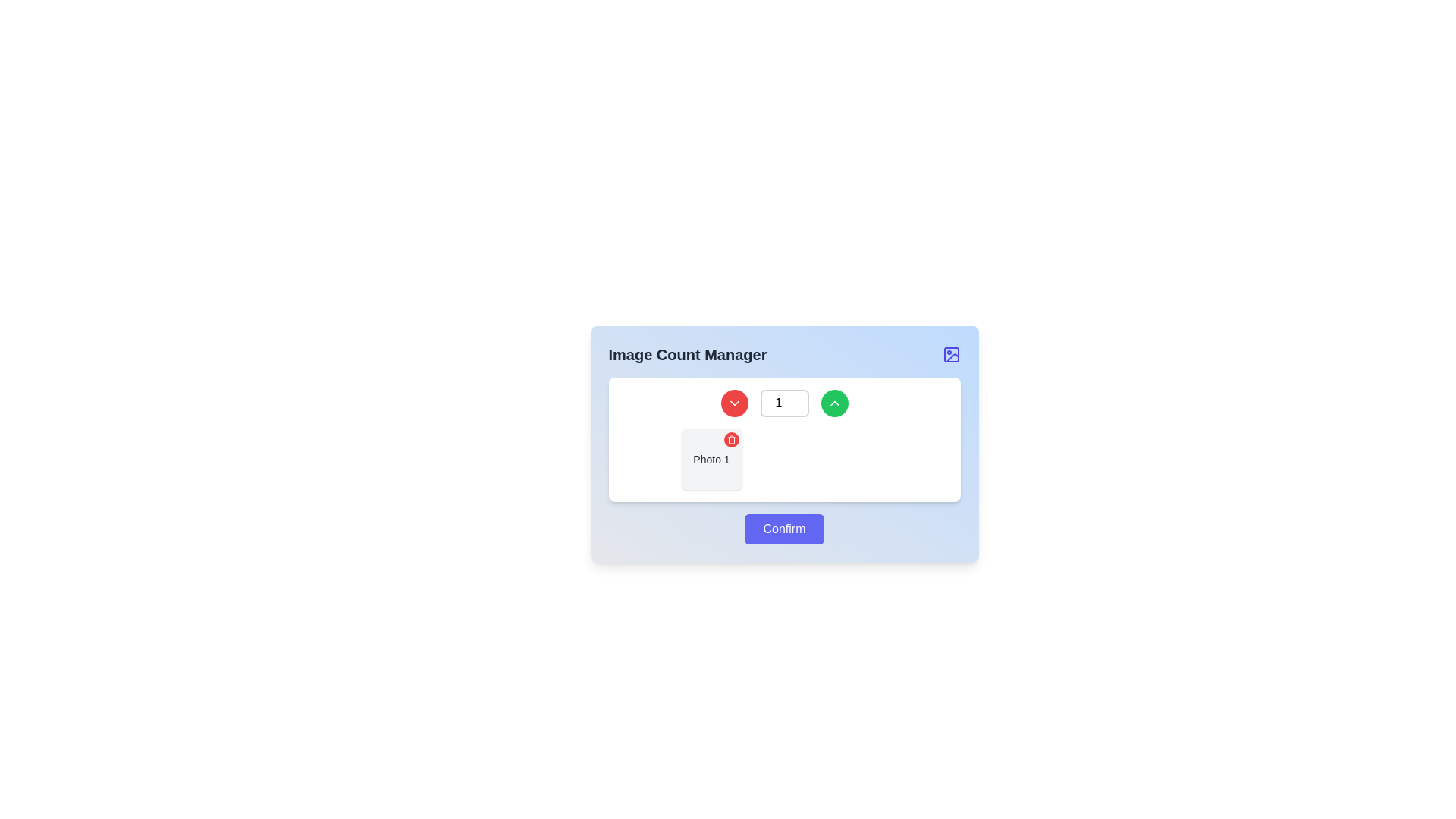 This screenshot has height=819, width=1456. I want to click on the upward-pointing chevron icon, which is styled with a minimalist design and located on a green circular background, positioned to the right side of the central input field in the dialog interface, so click(833, 403).